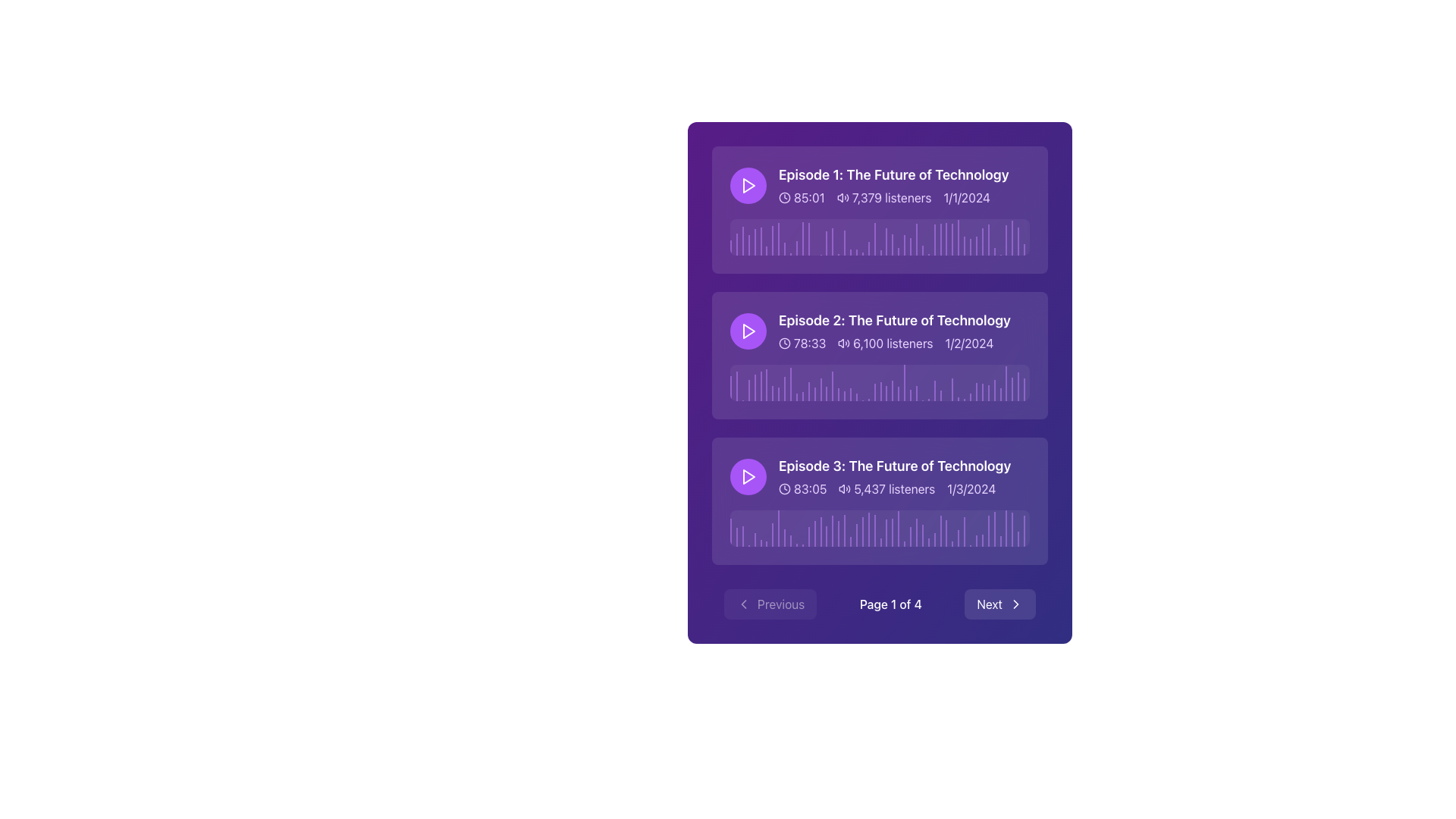 This screenshot has height=819, width=1456. I want to click on the position of the visual indicator representing the current playback point in the third episode's audio timeline, so click(940, 530).